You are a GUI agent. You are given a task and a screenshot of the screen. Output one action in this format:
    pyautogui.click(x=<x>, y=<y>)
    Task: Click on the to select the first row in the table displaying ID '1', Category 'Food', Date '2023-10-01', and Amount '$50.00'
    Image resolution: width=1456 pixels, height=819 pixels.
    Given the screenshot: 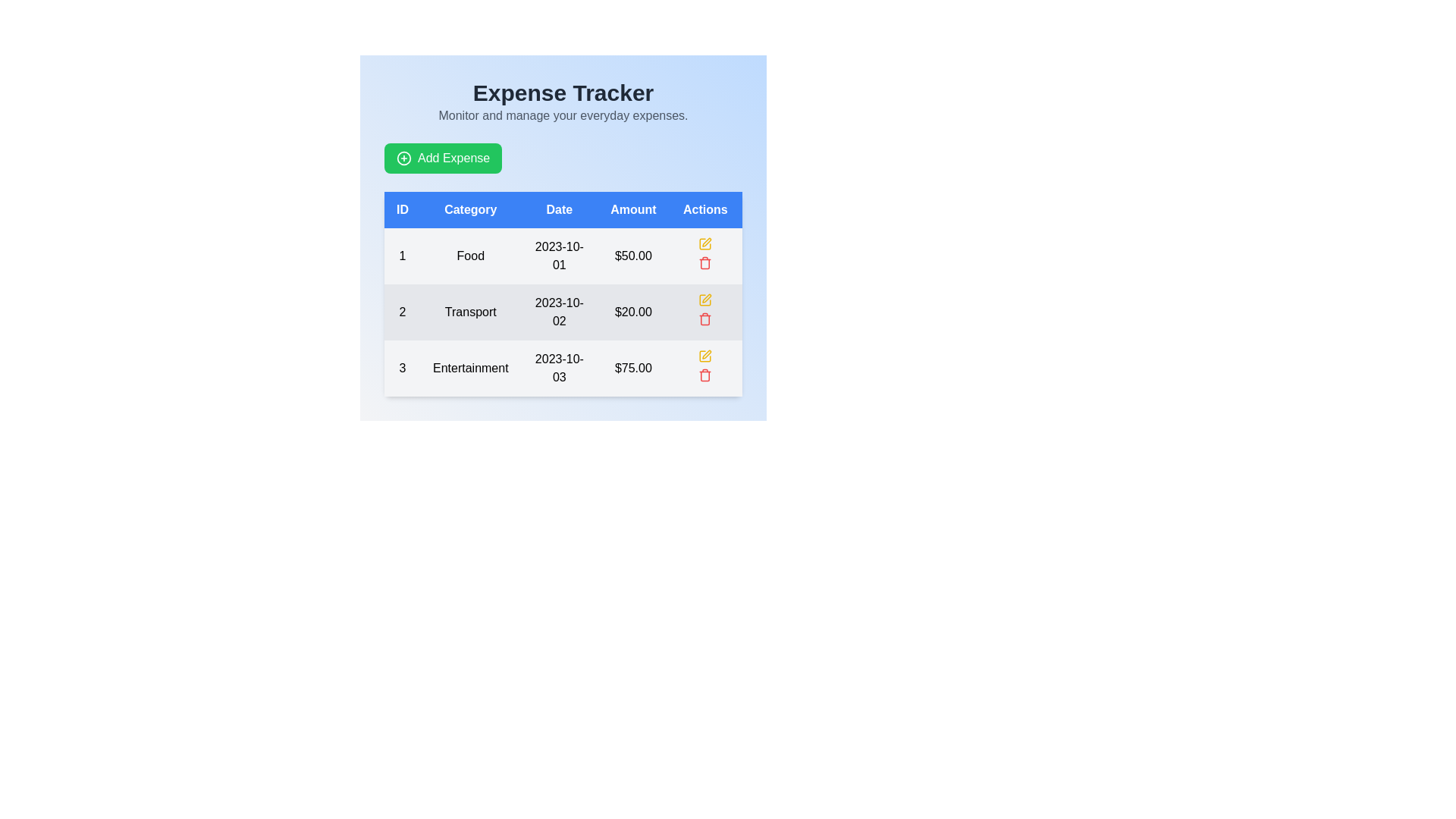 What is the action you would take?
    pyautogui.click(x=563, y=256)
    